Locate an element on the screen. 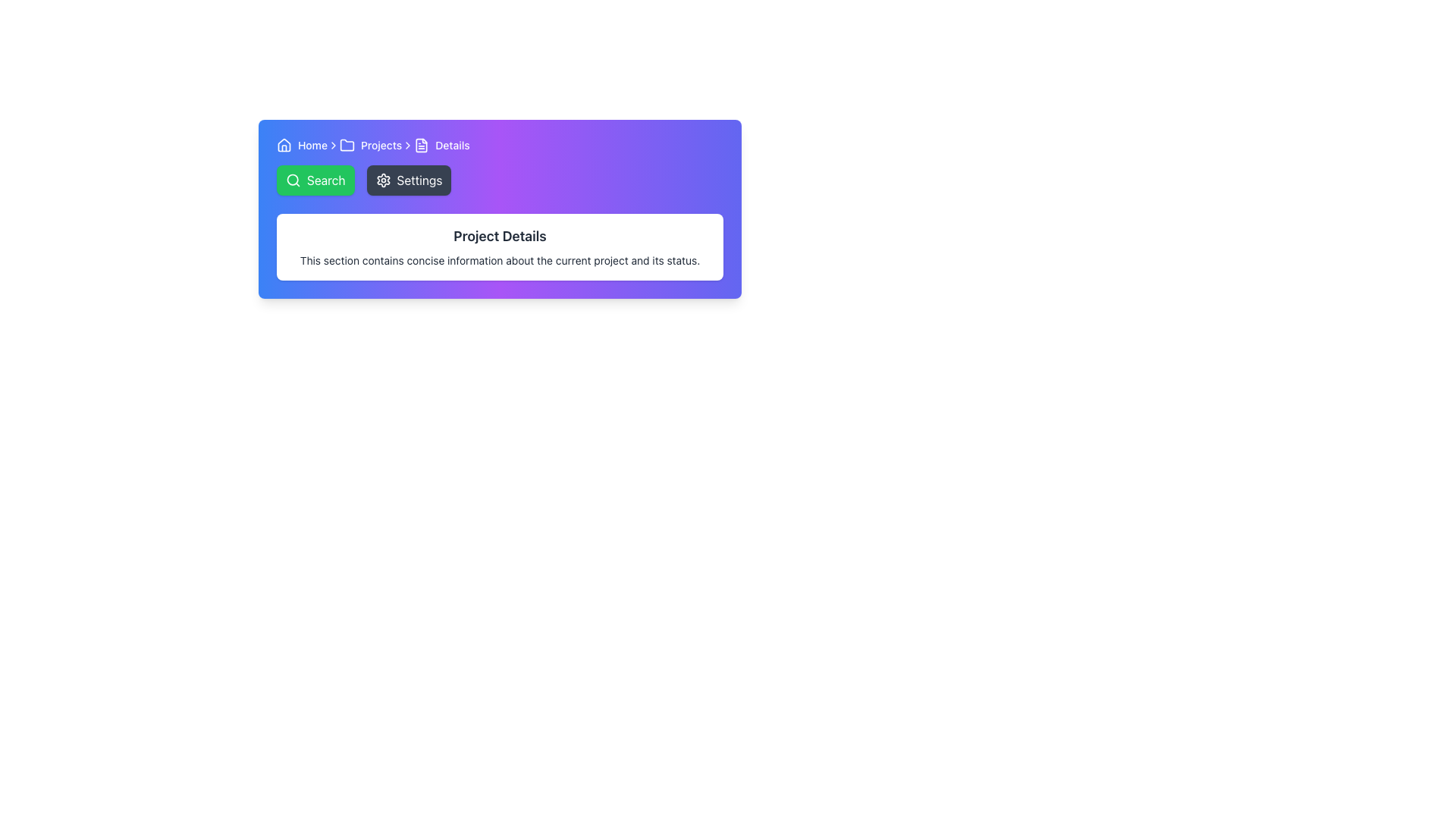 The image size is (1456, 819). the 'Home' navigational label located in the header of the interface, which is part of a breadcrumb-style navigation and is positioned directly after a house icon is located at coordinates (312, 146).